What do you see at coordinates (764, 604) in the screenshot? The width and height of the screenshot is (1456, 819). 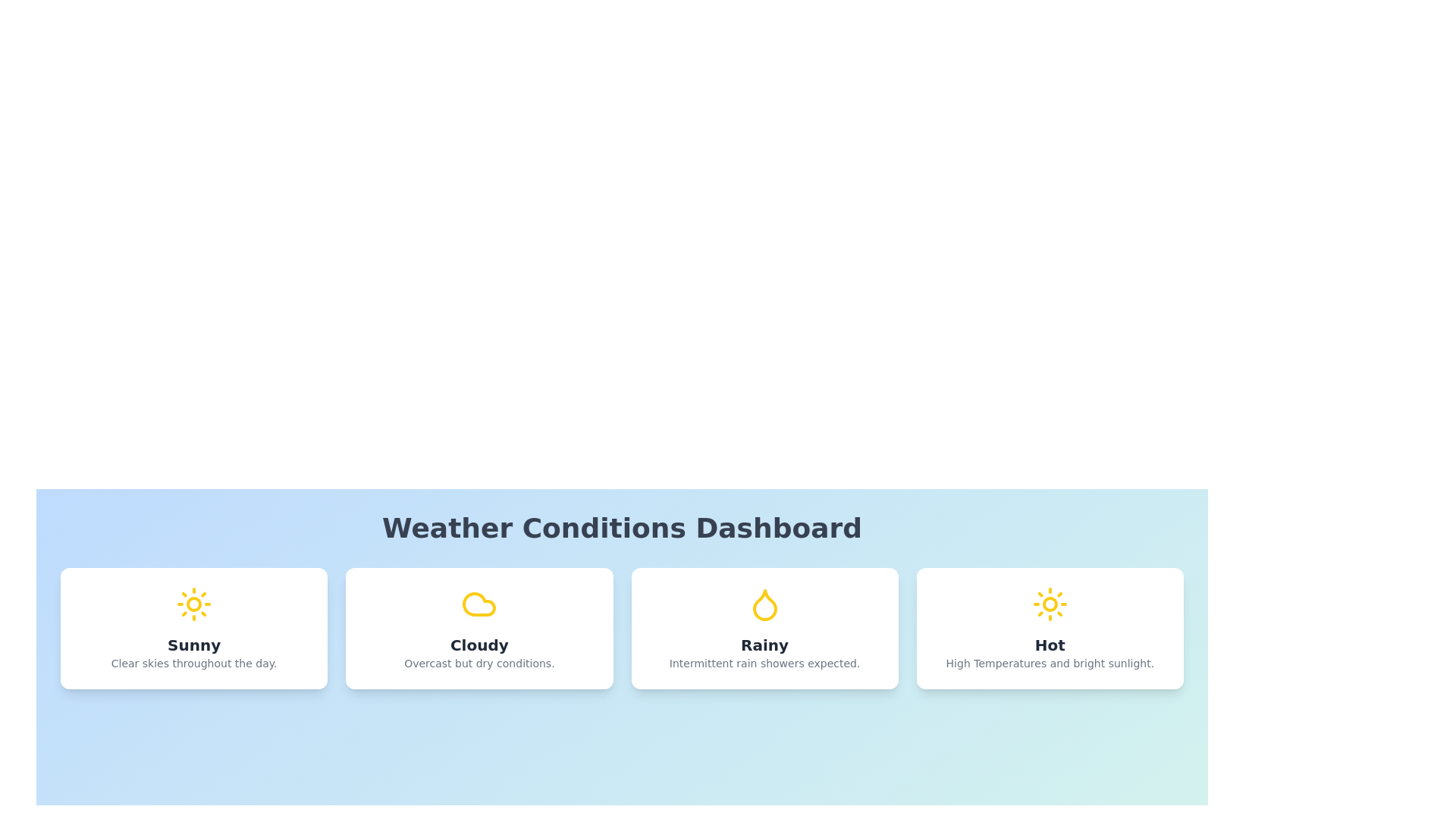 I see `the rainy weather icon located centrally within the third card from the left, which is above the text 'Rainy' and 'Intermittent rain showers expected.'` at bounding box center [764, 604].